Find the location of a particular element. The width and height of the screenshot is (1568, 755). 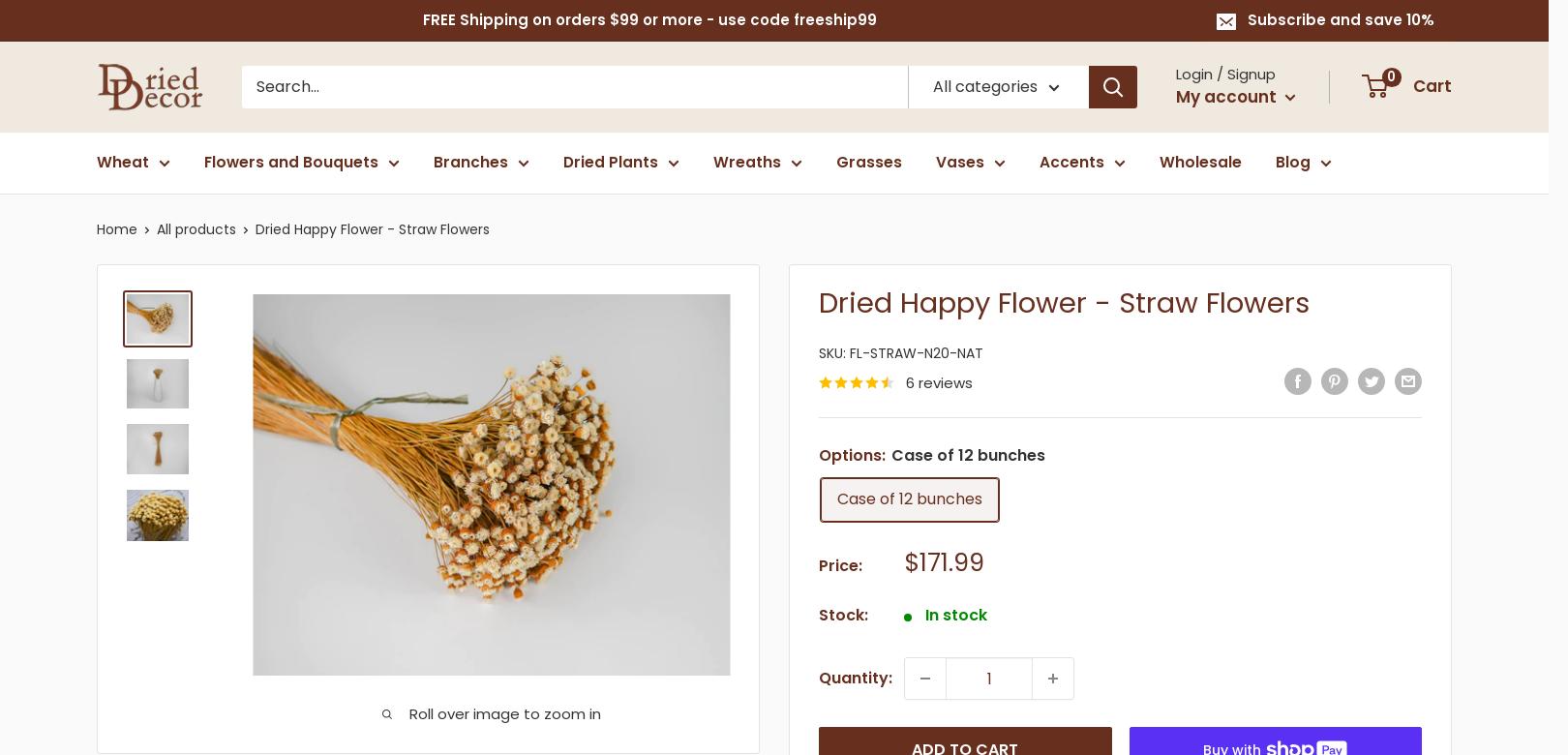

'Preserved Leaves' is located at coordinates (1111, 289).